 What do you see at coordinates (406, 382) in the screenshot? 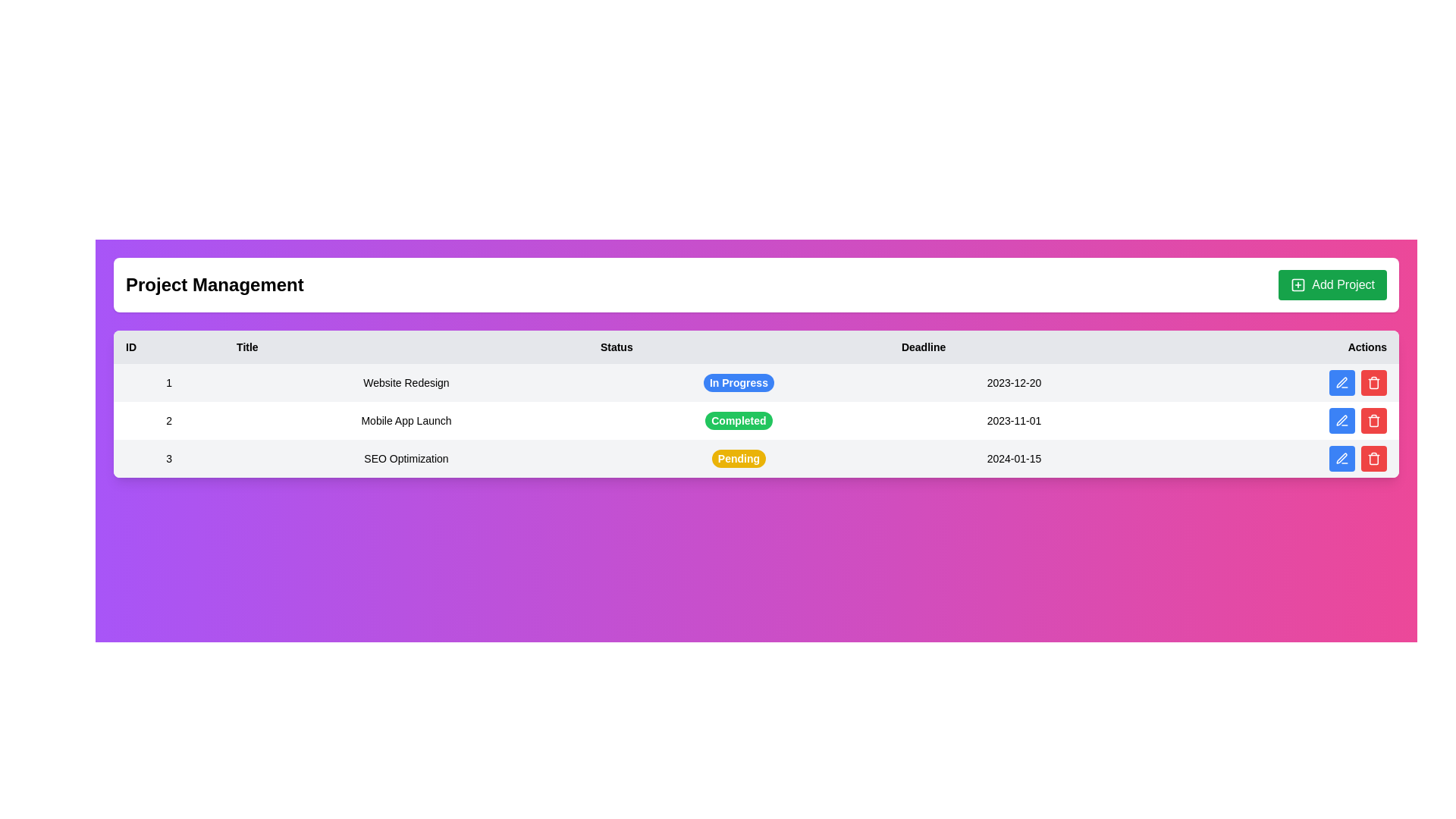
I see `the text label displaying the title in the second column of the first row of the table, located under the 'Title' header` at bounding box center [406, 382].